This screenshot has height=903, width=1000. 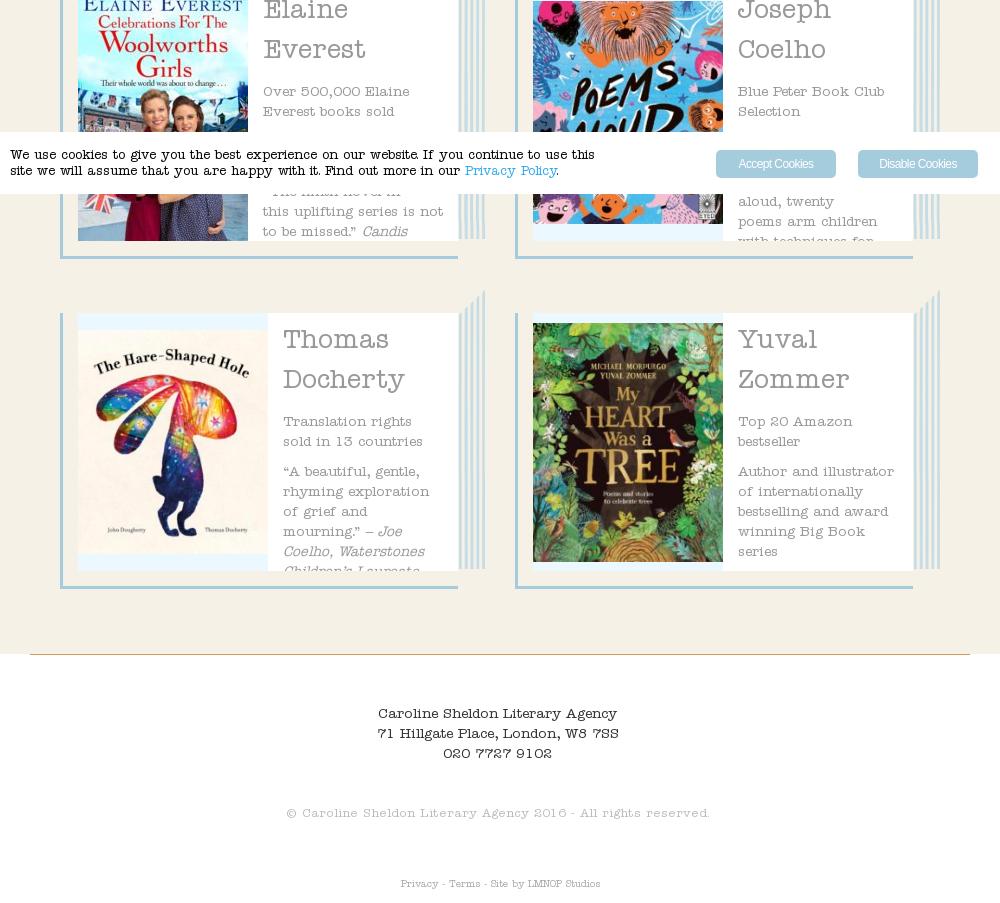 I want to click on 'Top 20 Amazon bestseller', so click(x=737, y=431).